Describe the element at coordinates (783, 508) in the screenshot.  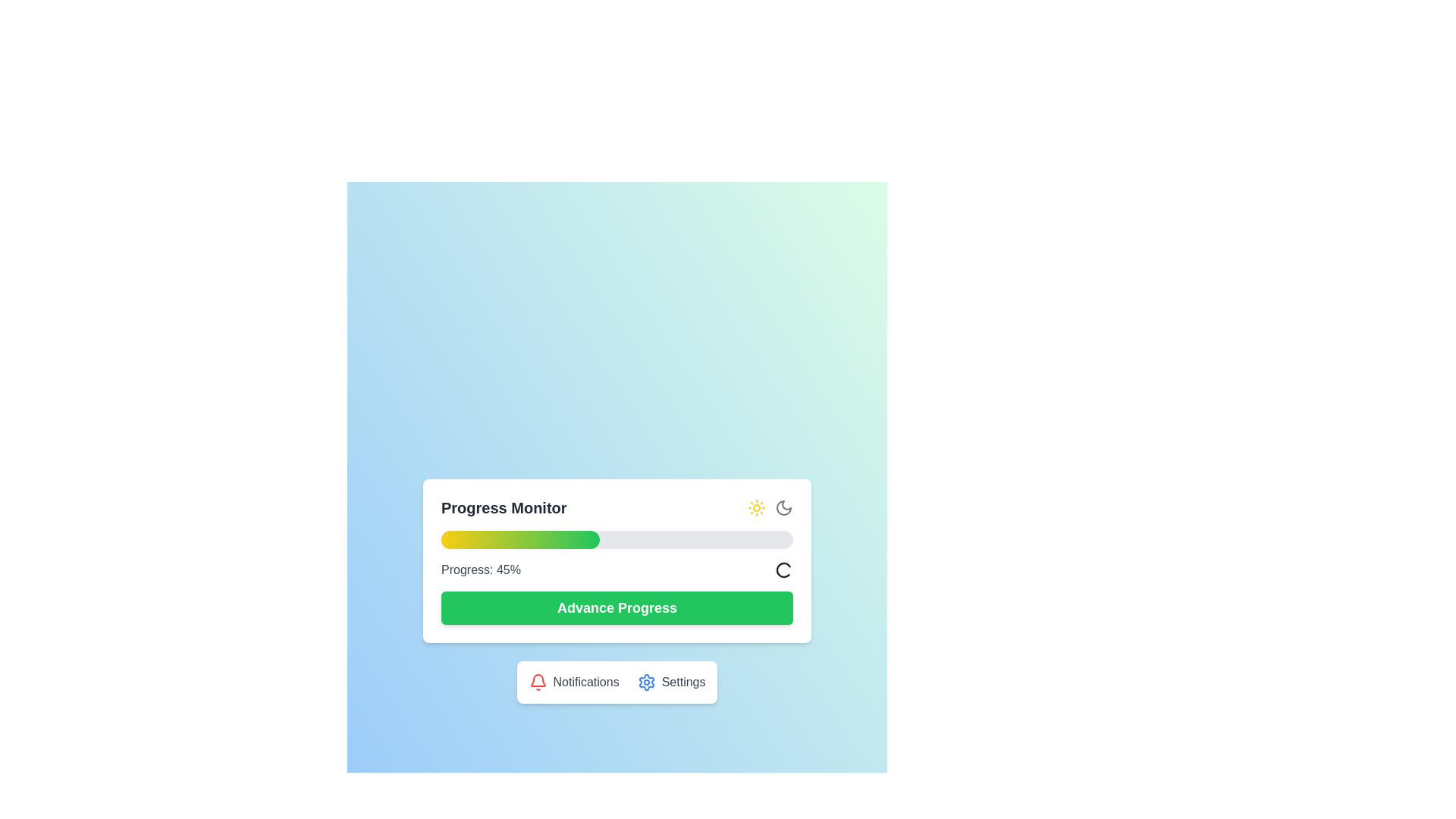
I see `the crescent moon icon` at that location.